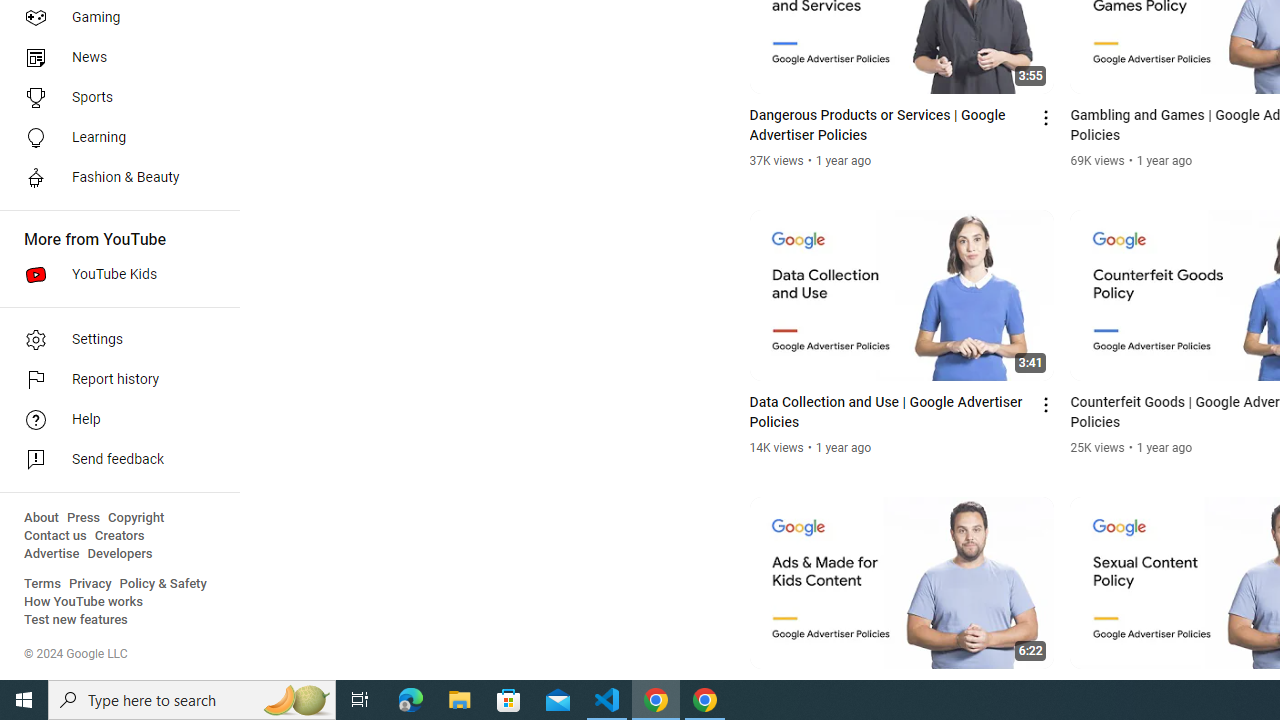 This screenshot has height=720, width=1280. I want to click on 'Copyright', so click(135, 517).